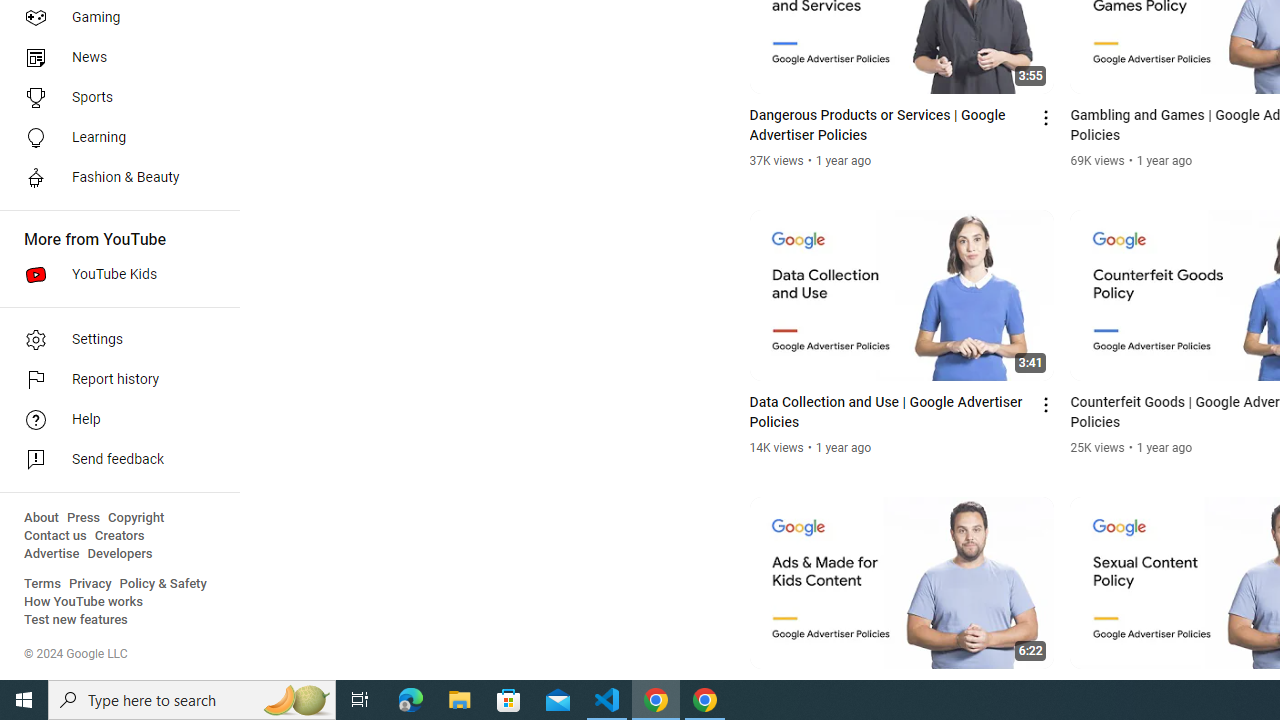 This screenshot has height=720, width=1280. I want to click on 'Copyright', so click(135, 517).